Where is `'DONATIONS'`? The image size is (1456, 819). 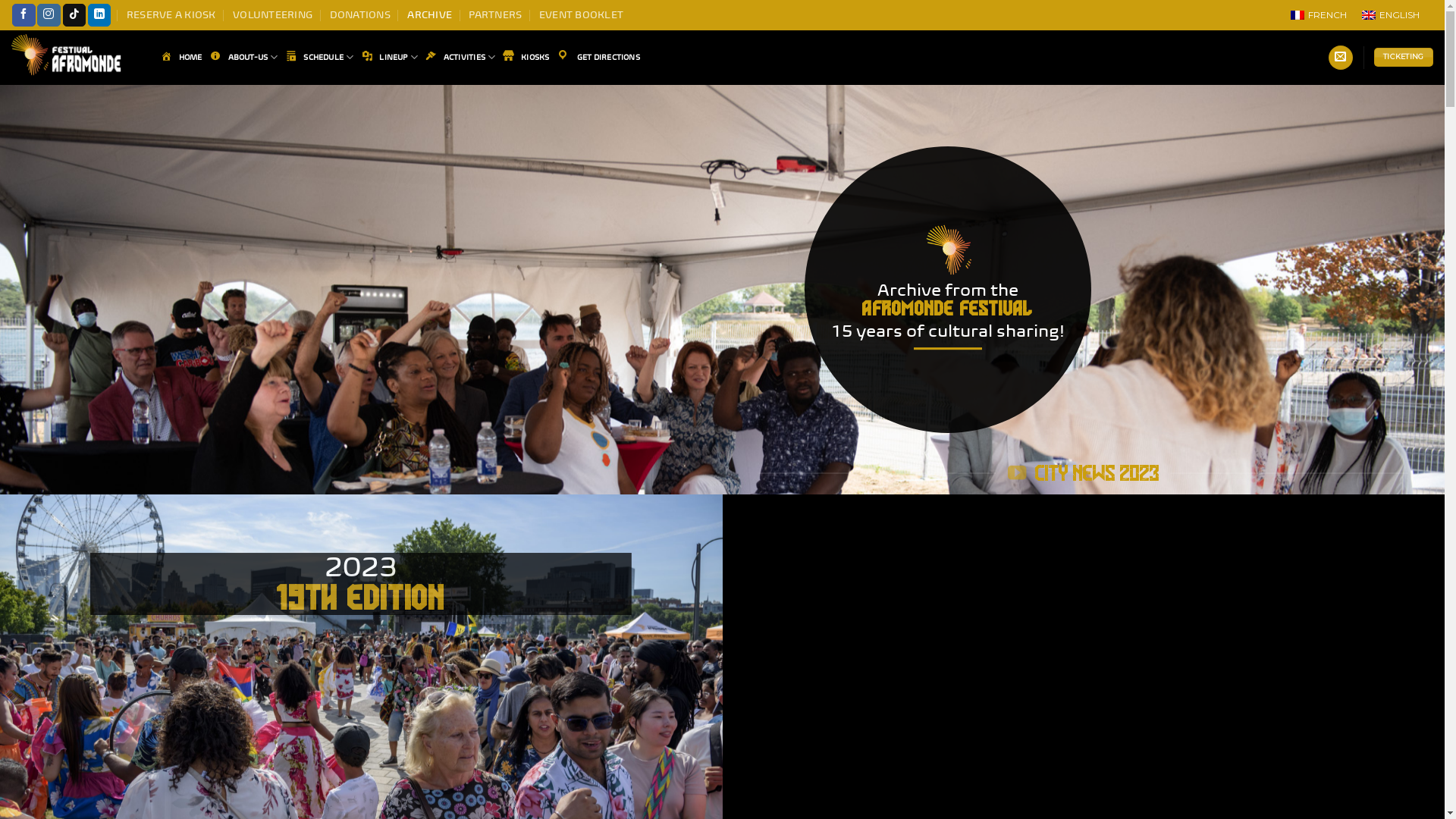 'DONATIONS' is located at coordinates (359, 14).